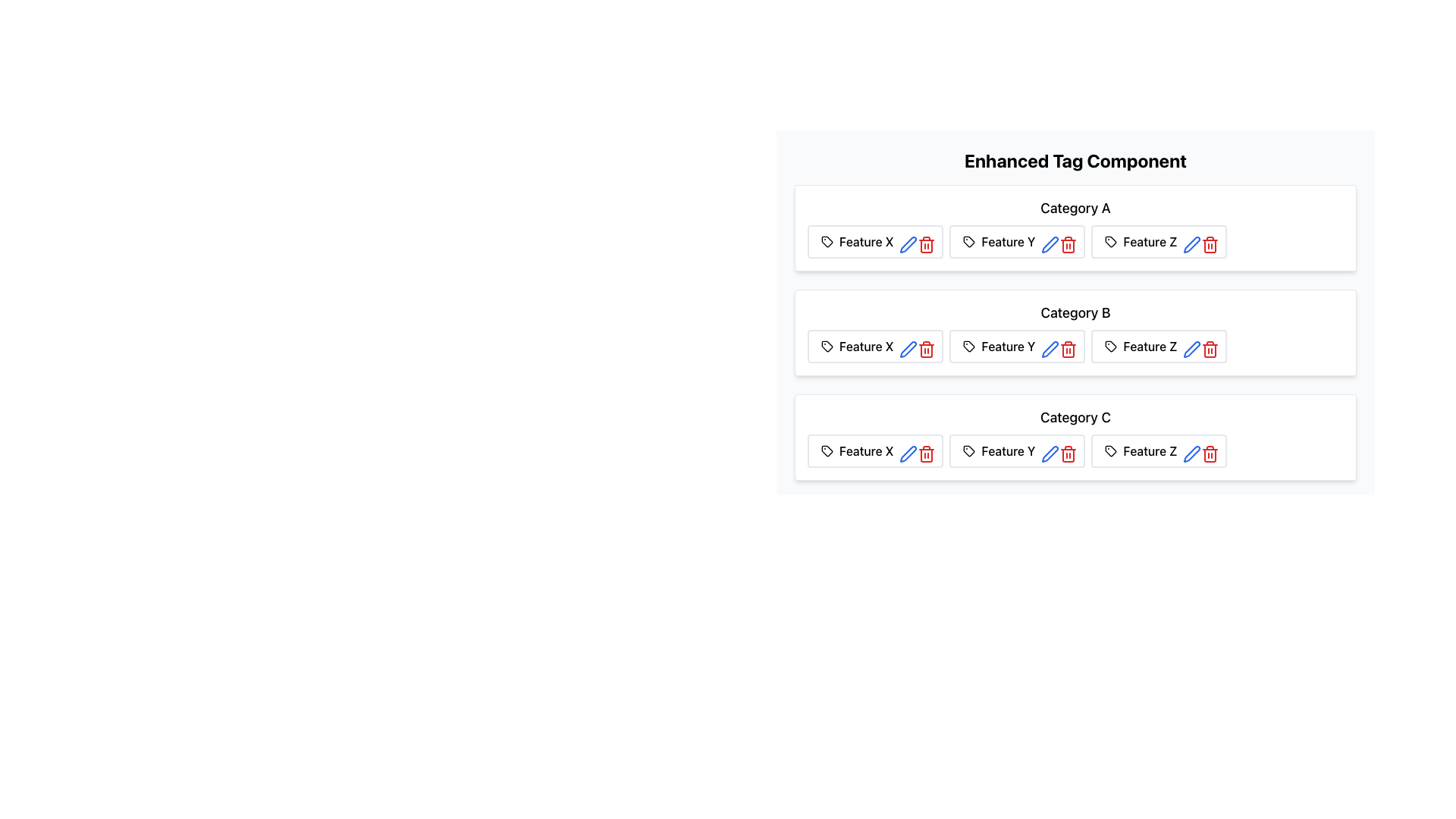 This screenshot has width=1456, height=819. I want to click on the visual representation of the leftmost tag-like icon in the feature category interface under 'Category C', associated with 'Feature Y', so click(968, 450).